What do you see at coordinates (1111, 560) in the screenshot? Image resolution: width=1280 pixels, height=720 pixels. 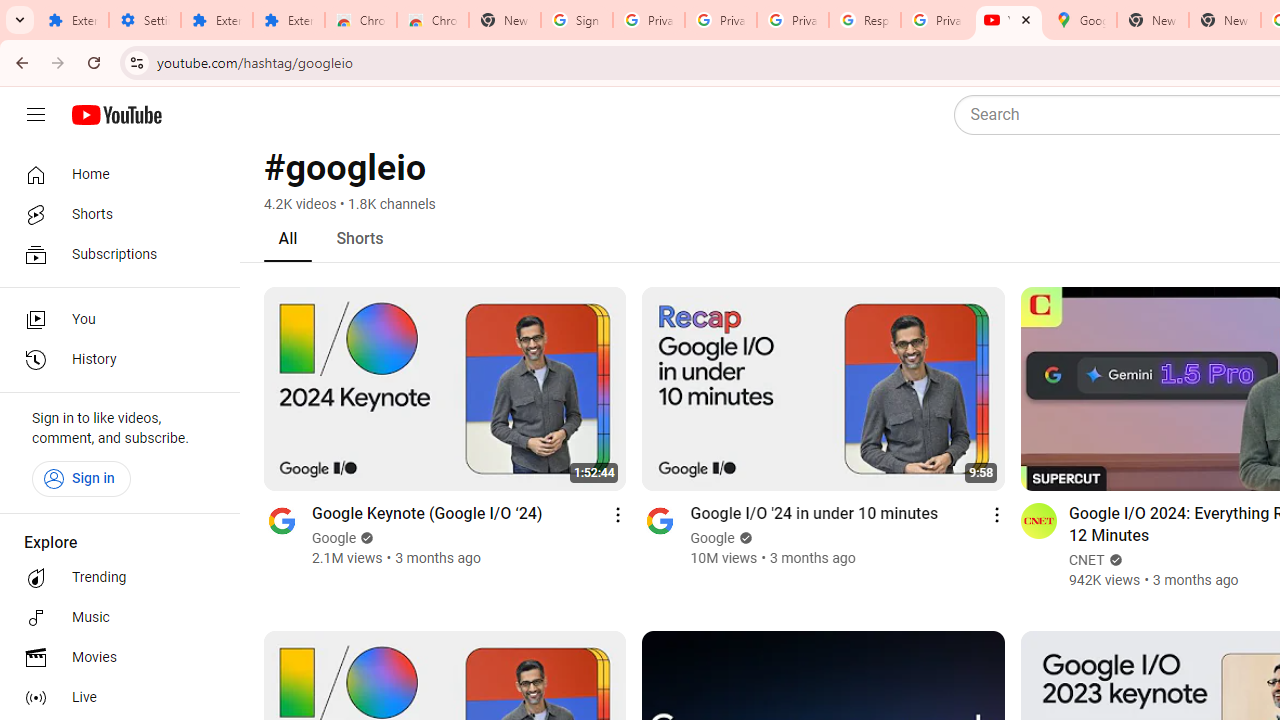 I see `'Verified'` at bounding box center [1111, 560].